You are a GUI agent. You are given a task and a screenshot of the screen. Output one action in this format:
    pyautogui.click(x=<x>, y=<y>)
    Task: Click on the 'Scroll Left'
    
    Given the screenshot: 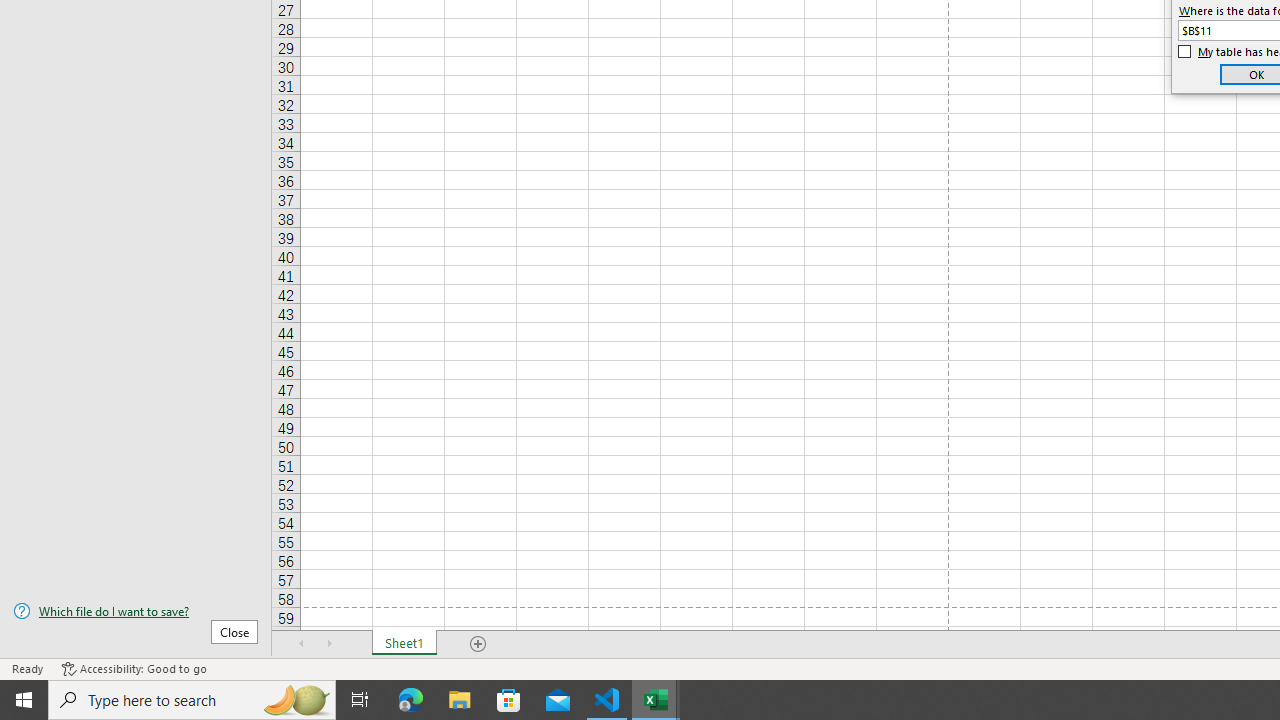 What is the action you would take?
    pyautogui.click(x=301, y=644)
    